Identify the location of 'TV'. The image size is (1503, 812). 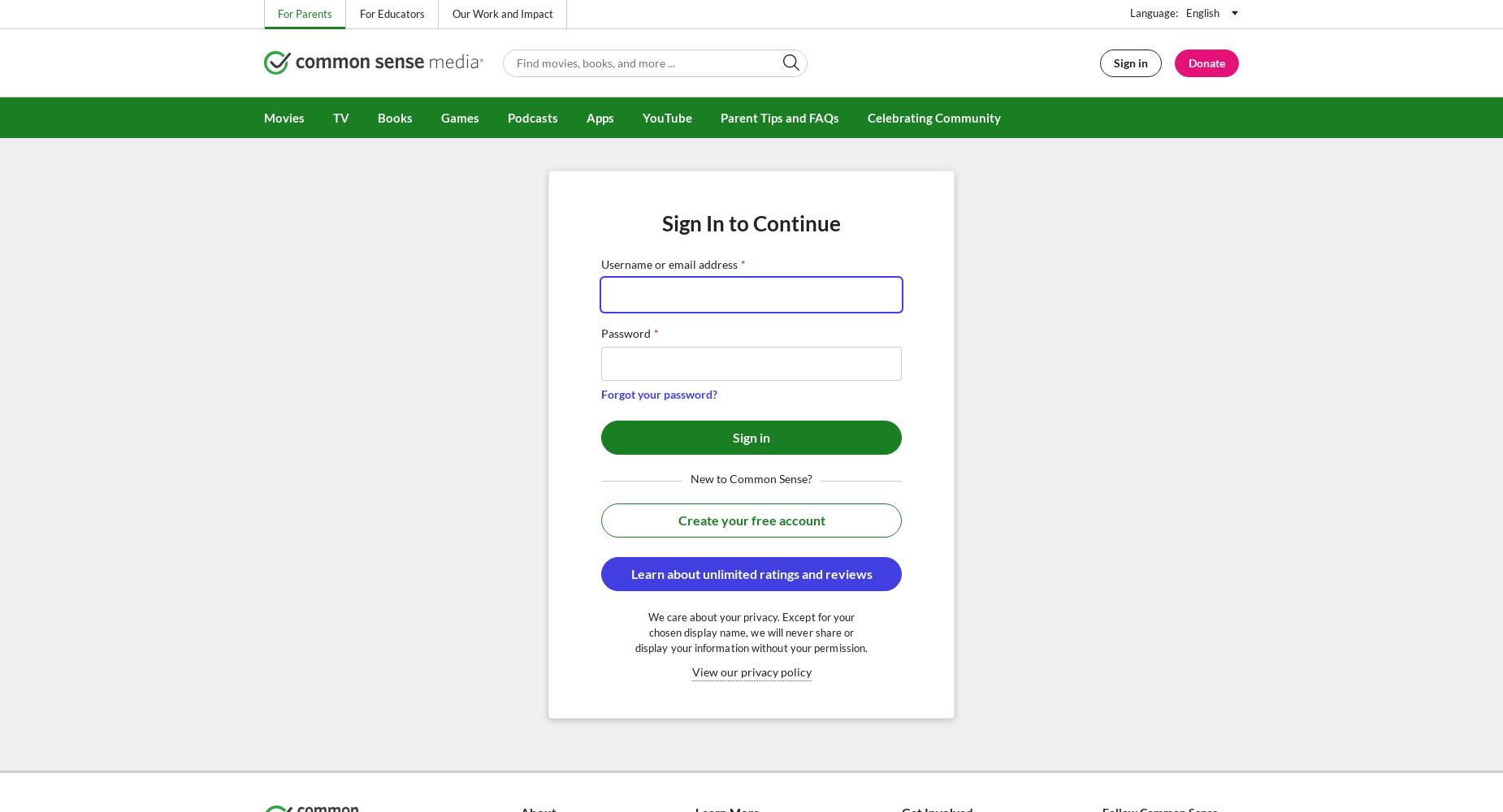
(340, 118).